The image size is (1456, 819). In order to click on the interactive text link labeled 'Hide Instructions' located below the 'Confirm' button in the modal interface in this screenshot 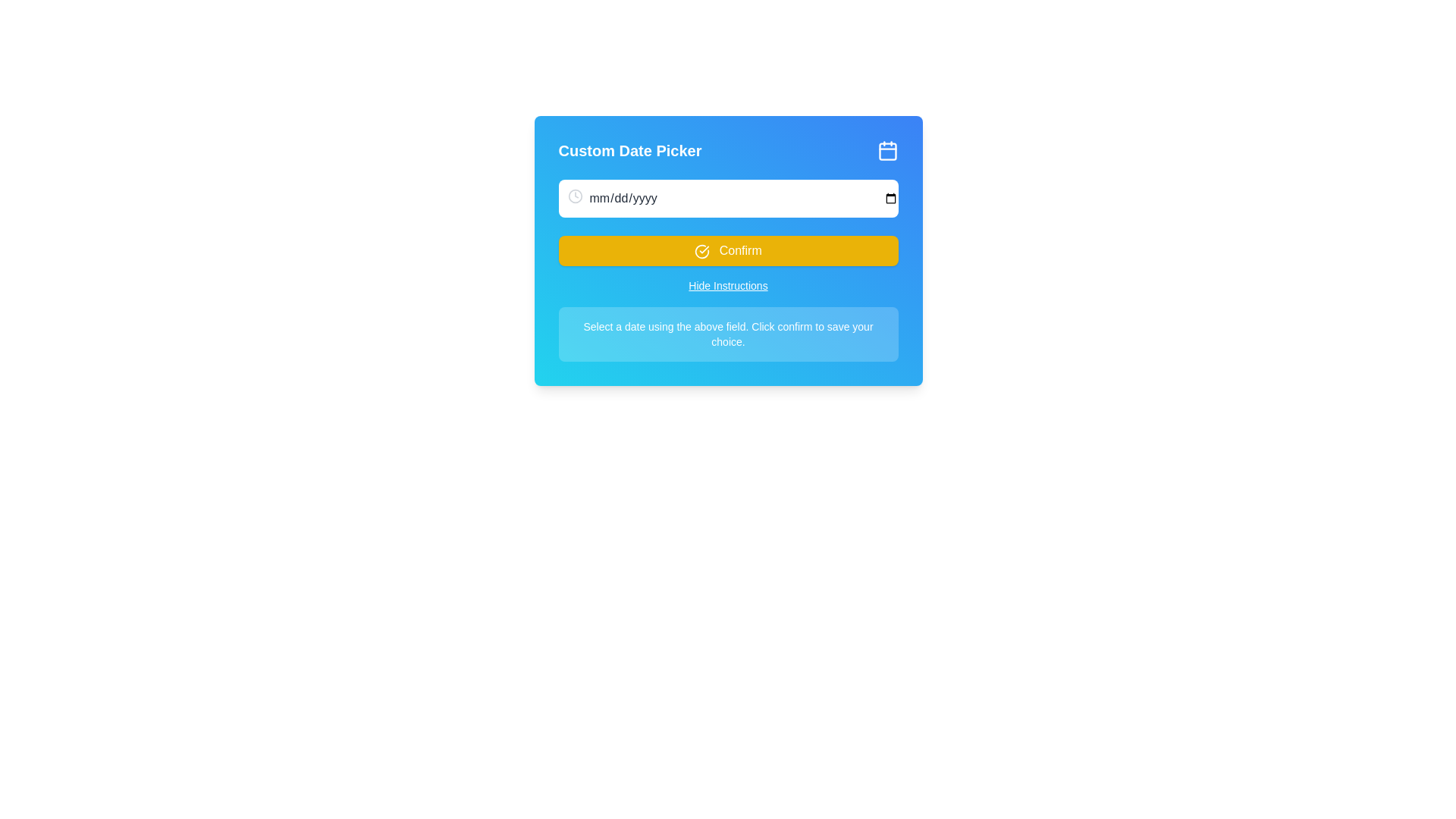, I will do `click(728, 286)`.